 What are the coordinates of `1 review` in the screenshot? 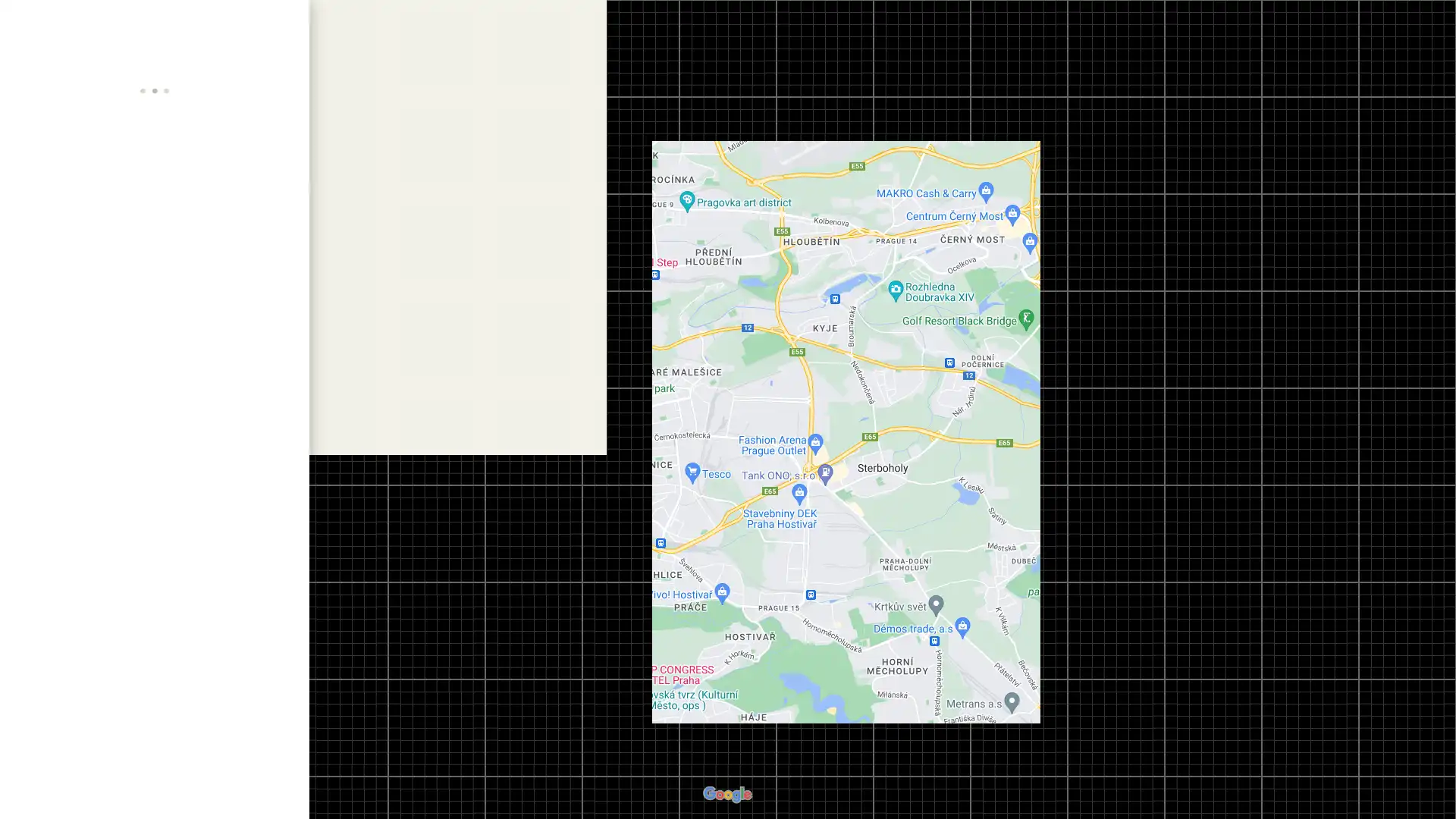 It's located at (112, 228).